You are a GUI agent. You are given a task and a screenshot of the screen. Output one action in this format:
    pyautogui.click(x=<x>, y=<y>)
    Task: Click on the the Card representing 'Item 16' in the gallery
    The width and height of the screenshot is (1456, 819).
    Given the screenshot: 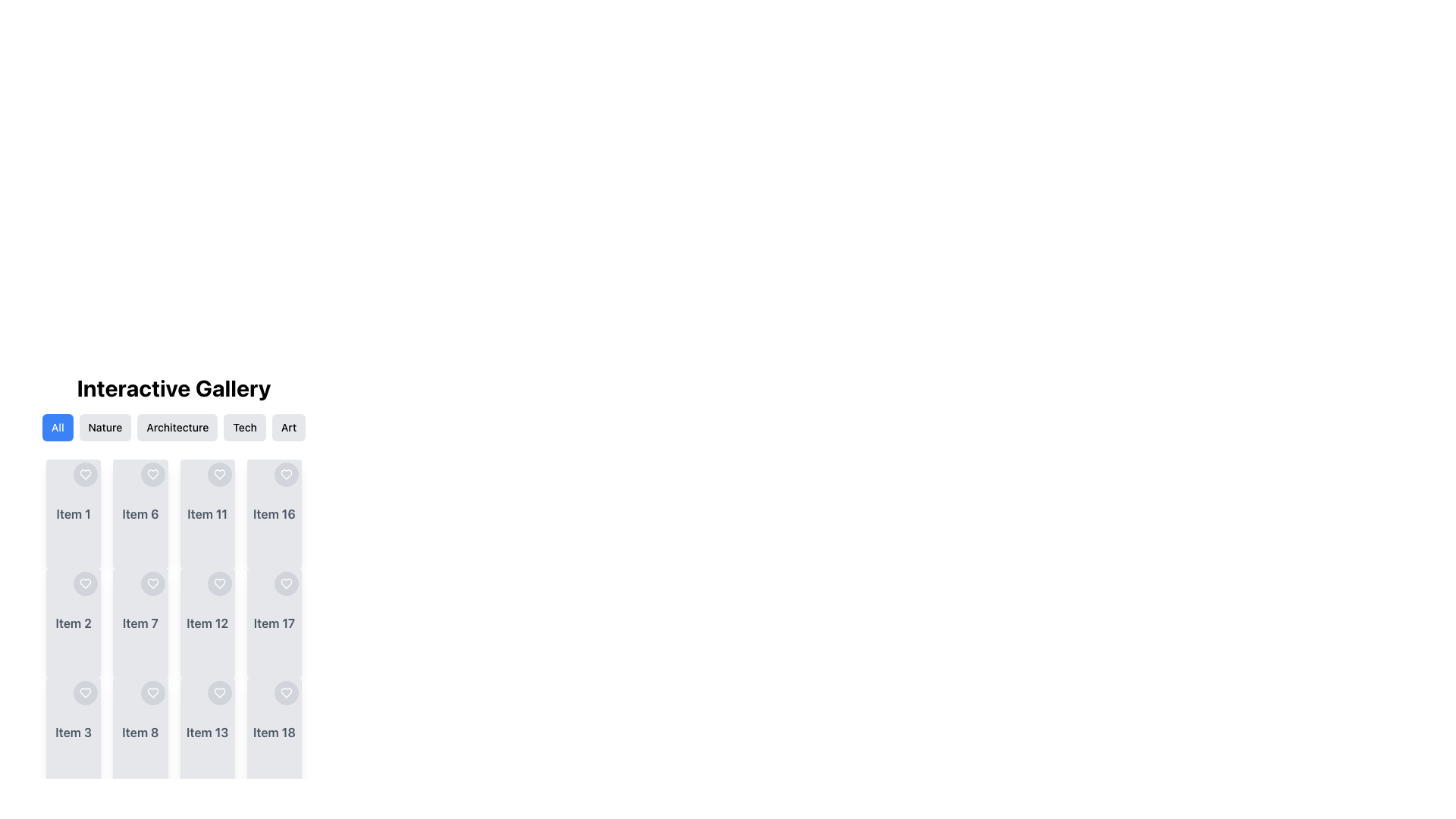 What is the action you would take?
    pyautogui.click(x=274, y=513)
    